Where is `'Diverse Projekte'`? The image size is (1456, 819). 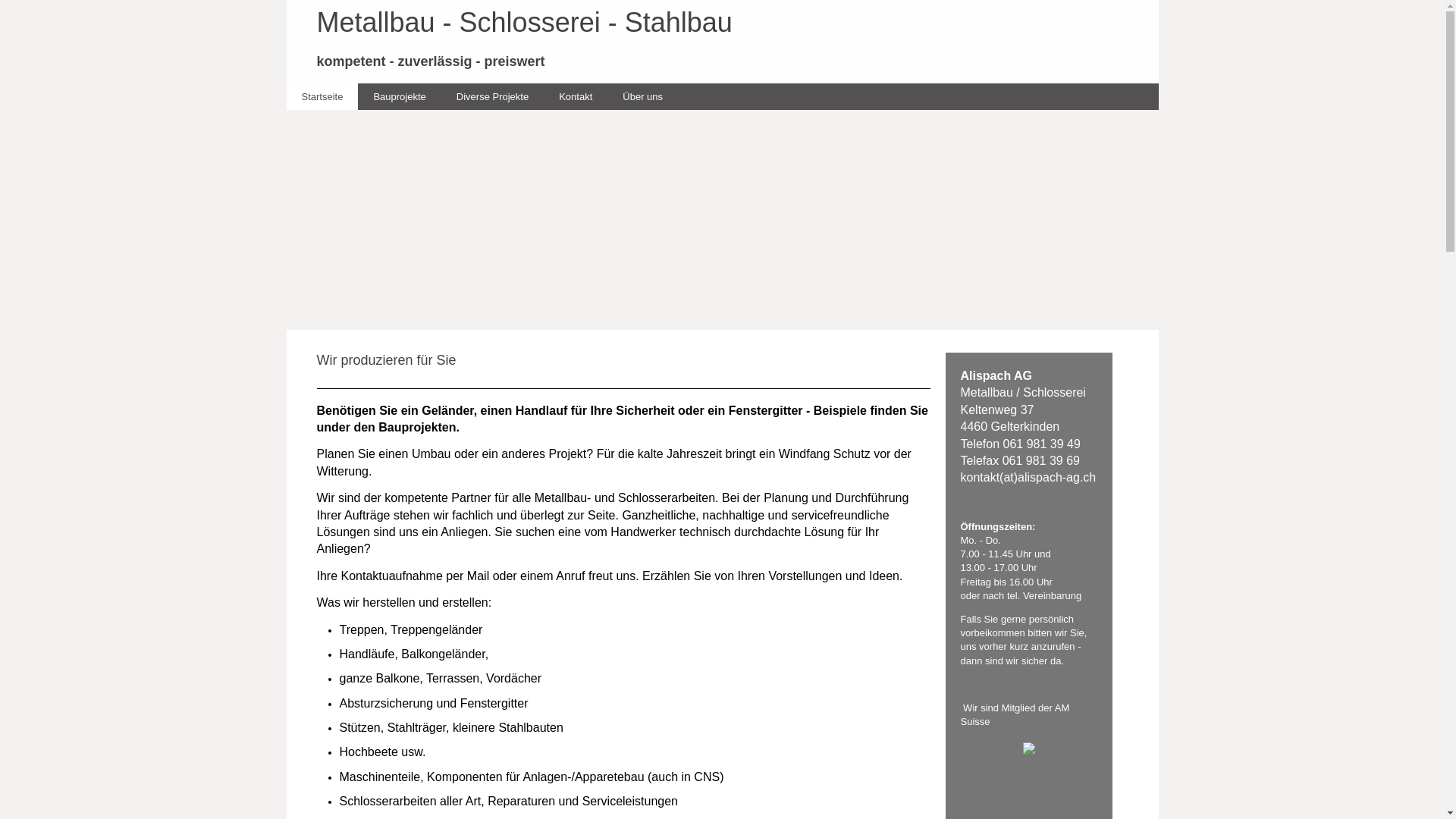
'Diverse Projekte' is located at coordinates (440, 96).